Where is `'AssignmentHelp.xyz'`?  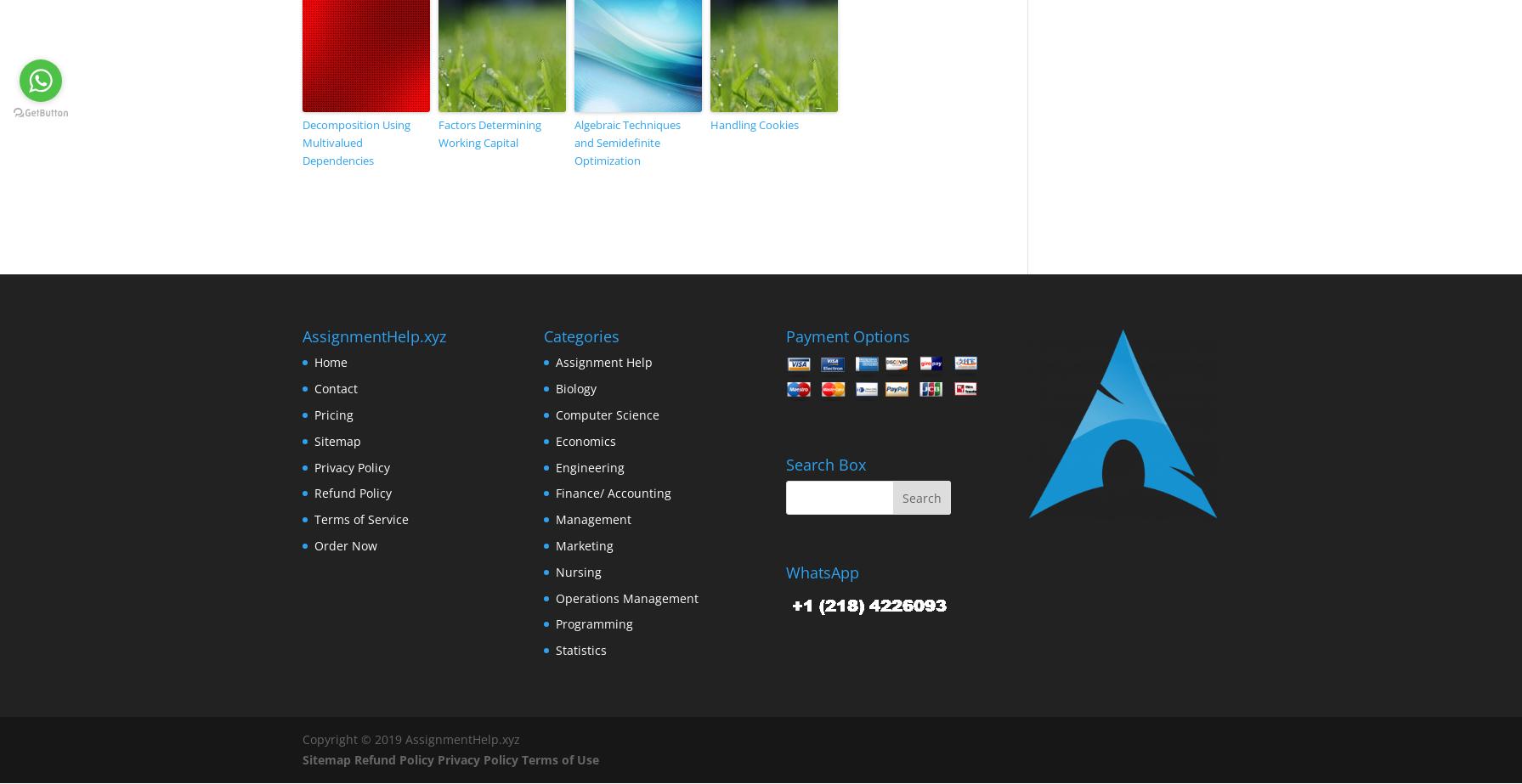 'AssignmentHelp.xyz' is located at coordinates (373, 336).